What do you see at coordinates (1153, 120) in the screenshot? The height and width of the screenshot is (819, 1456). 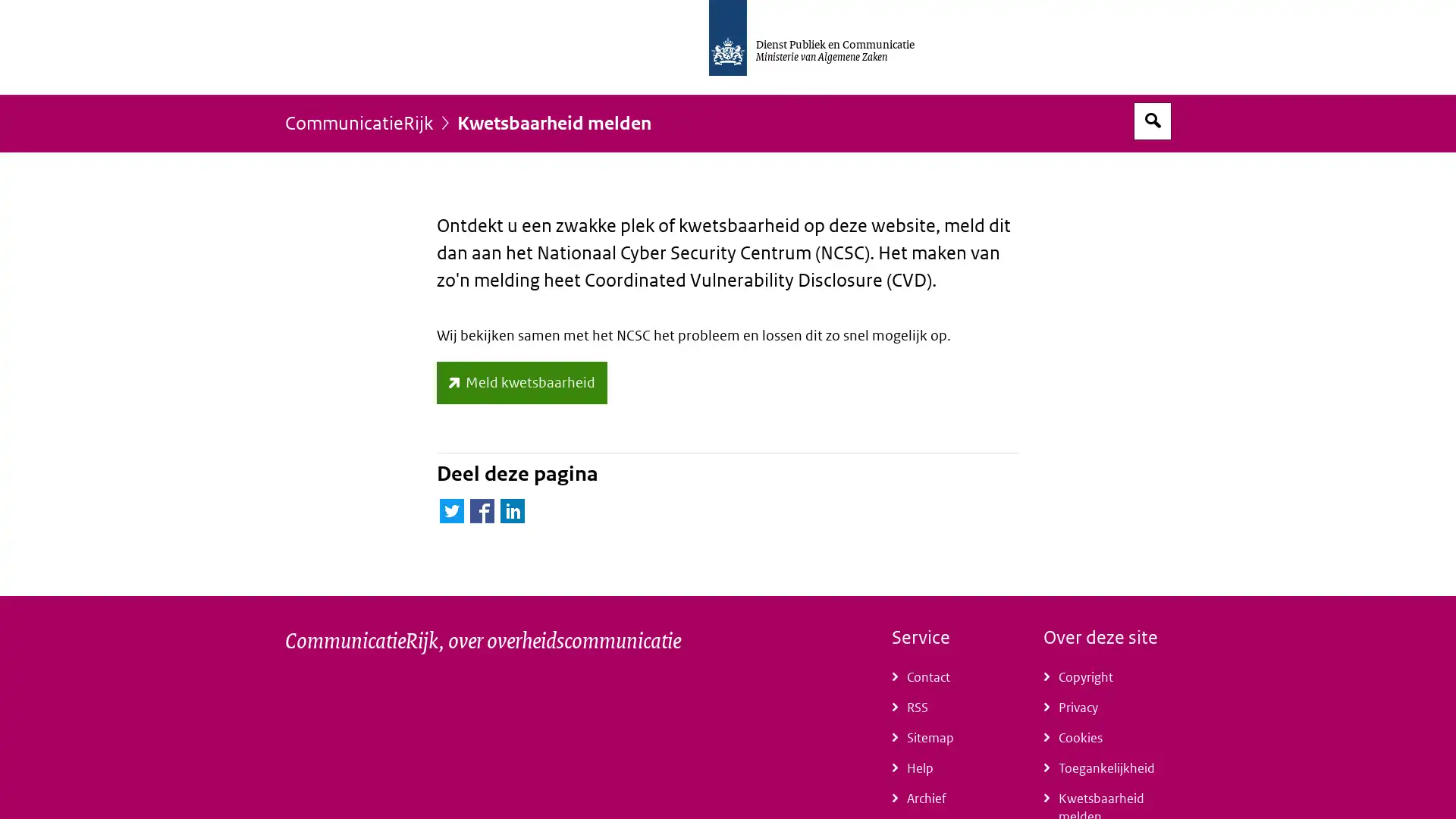 I see `Open zoekveld` at bounding box center [1153, 120].